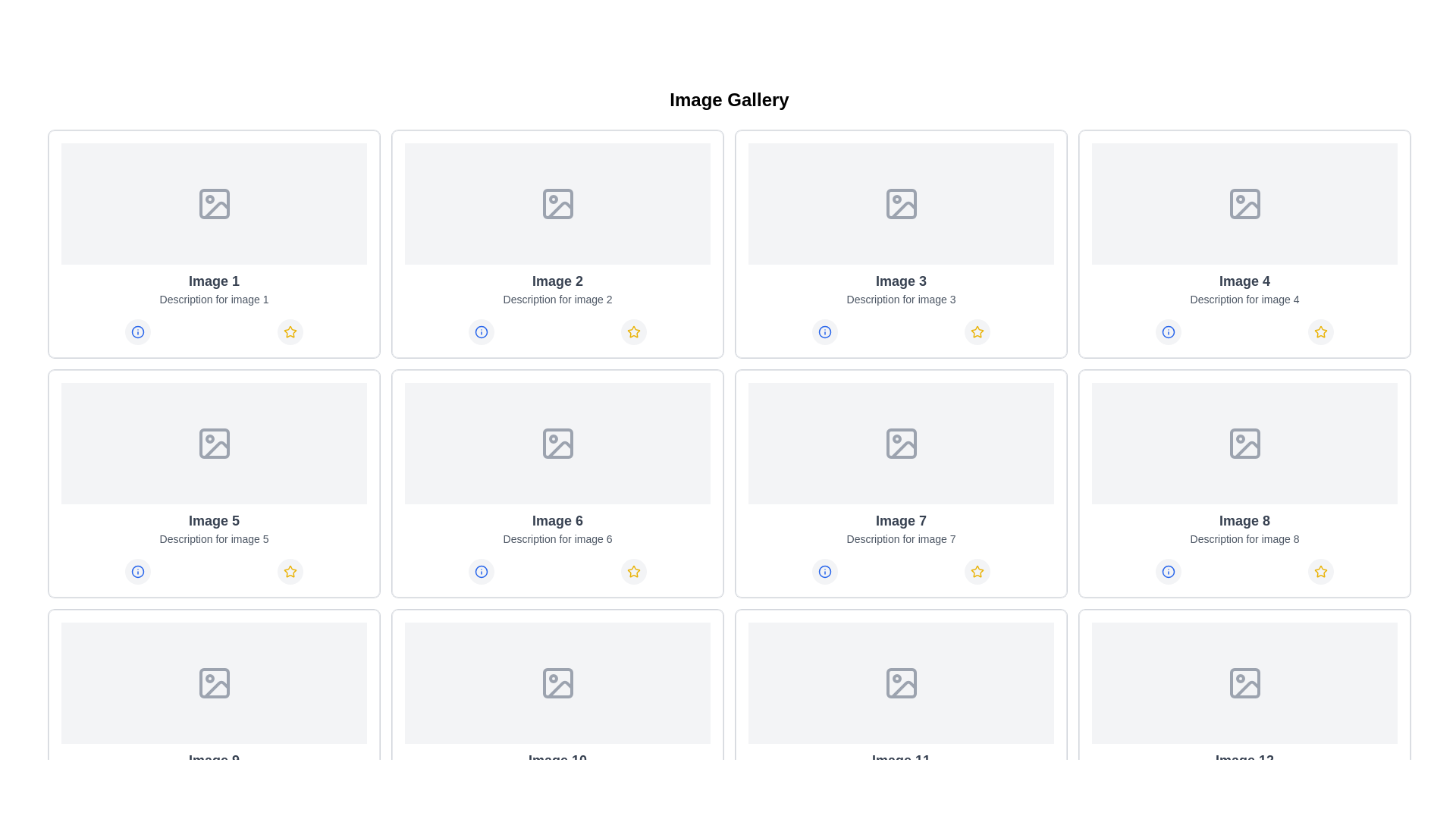 The height and width of the screenshot is (819, 1456). What do you see at coordinates (1320, 571) in the screenshot?
I see `the star button located in the bottom right corner of the card for 'Image 8' to mark the item as a favorite` at bounding box center [1320, 571].